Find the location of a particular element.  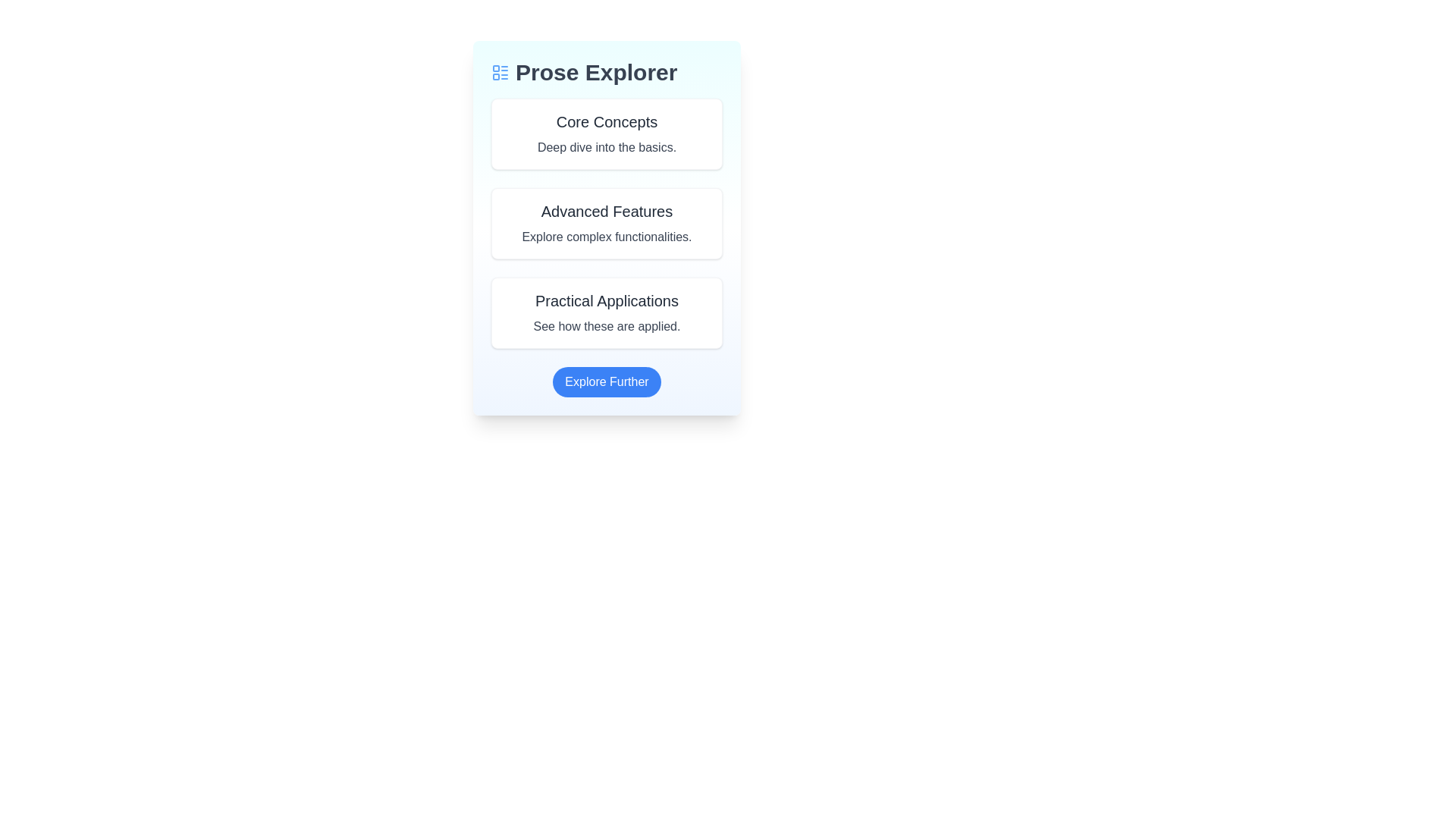

the medium-sized button with a blue background and white text that reads 'Explore Further' is located at coordinates (607, 381).